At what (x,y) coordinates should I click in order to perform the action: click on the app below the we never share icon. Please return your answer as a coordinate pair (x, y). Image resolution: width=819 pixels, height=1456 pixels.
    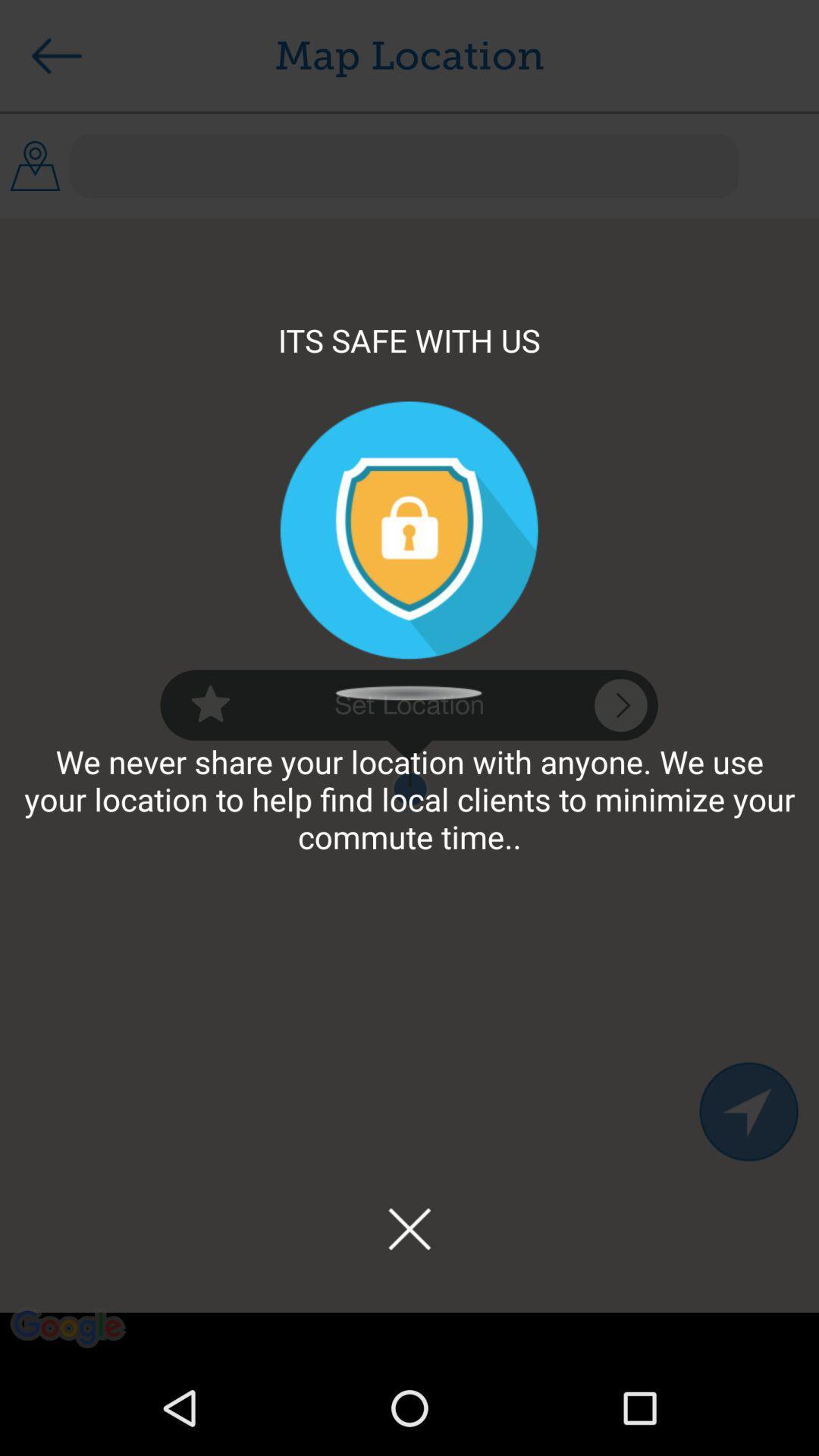
    Looking at the image, I should click on (409, 1228).